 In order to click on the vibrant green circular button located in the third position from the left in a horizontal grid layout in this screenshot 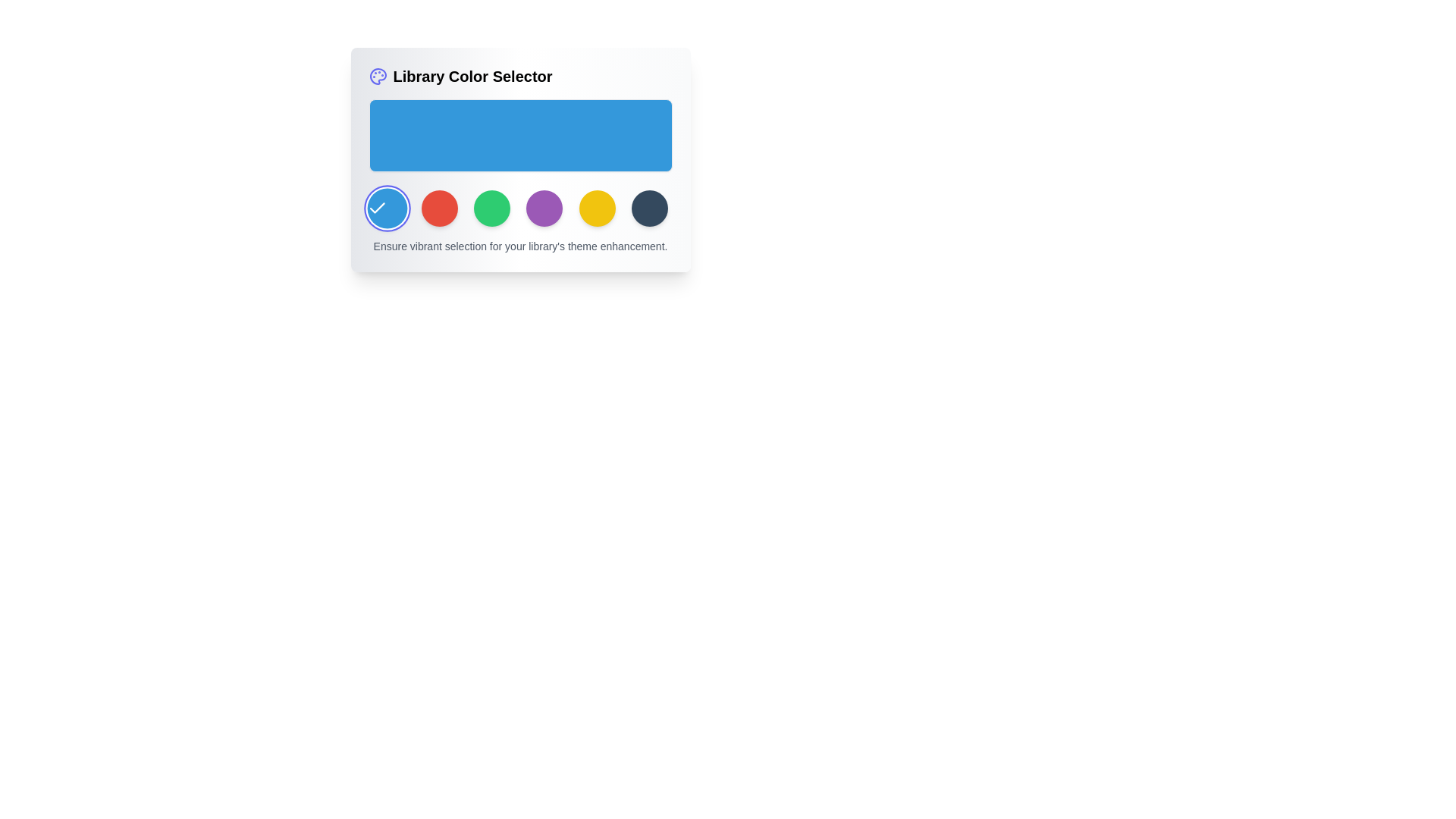, I will do `click(492, 208)`.